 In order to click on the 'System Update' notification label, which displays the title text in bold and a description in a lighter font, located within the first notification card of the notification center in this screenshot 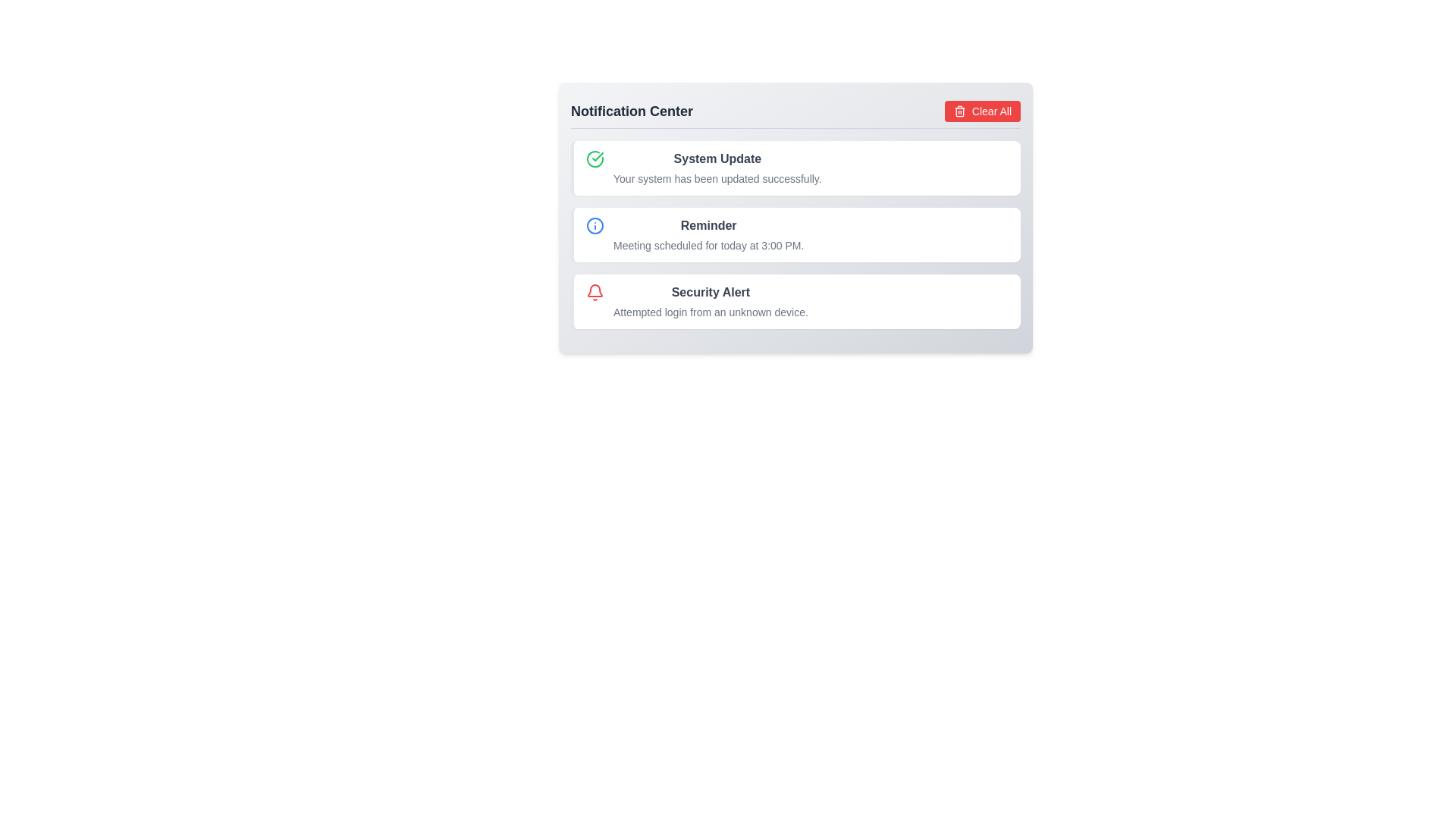, I will do `click(717, 168)`.